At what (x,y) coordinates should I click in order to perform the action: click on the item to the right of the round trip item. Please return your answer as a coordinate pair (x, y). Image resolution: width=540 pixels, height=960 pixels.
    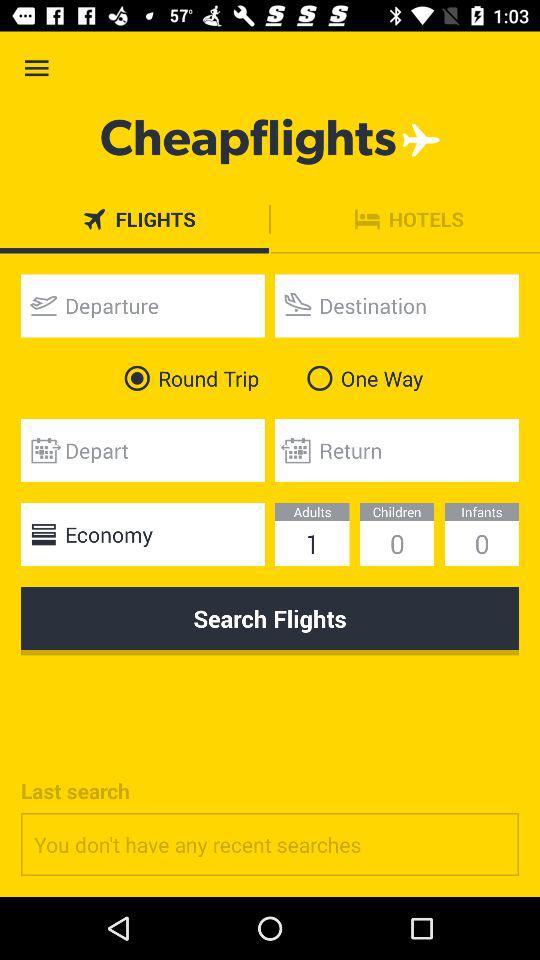
    Looking at the image, I should click on (360, 377).